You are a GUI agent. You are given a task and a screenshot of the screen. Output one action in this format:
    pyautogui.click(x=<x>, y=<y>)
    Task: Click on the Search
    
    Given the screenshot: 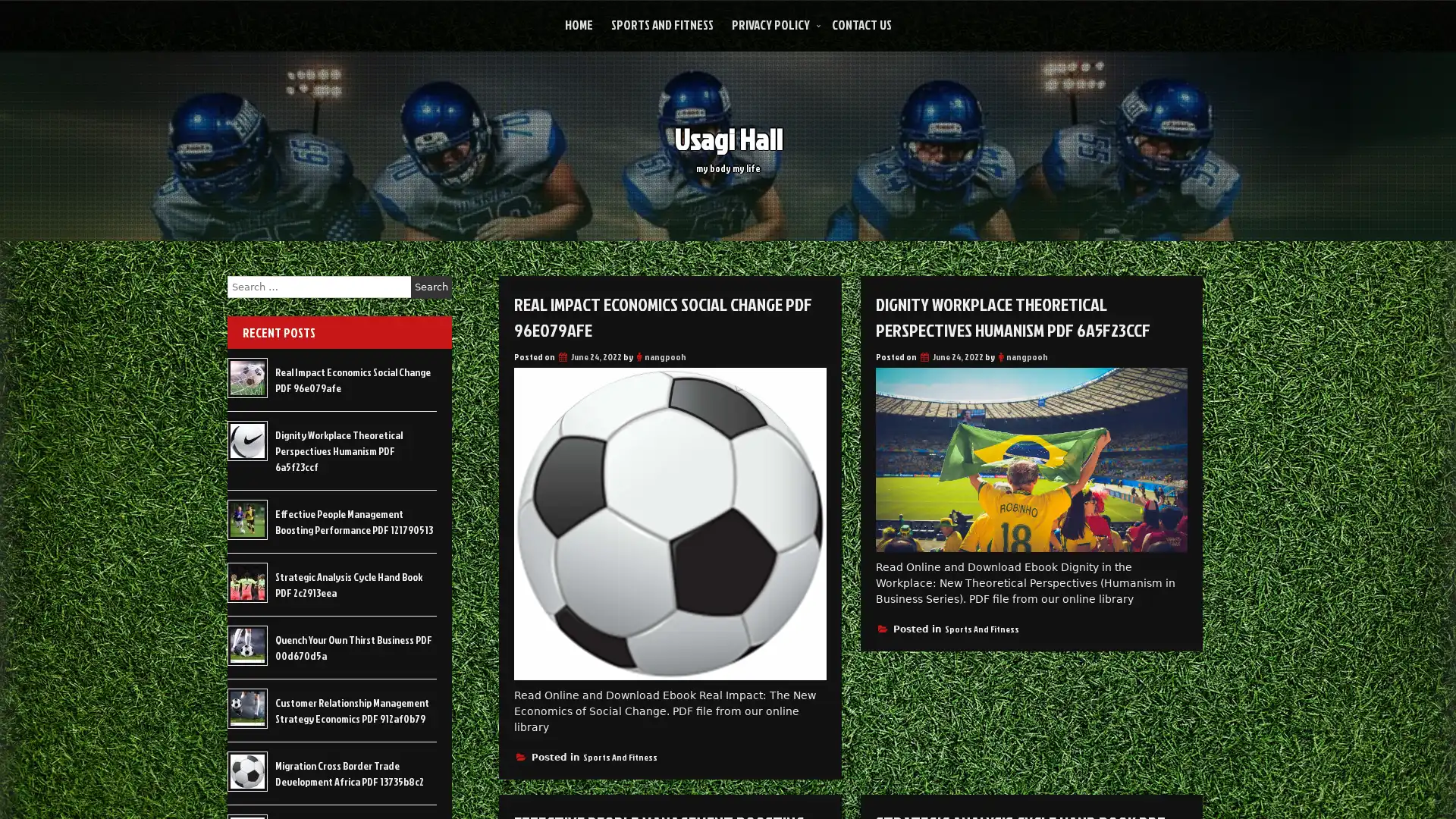 What is the action you would take?
    pyautogui.click(x=431, y=287)
    